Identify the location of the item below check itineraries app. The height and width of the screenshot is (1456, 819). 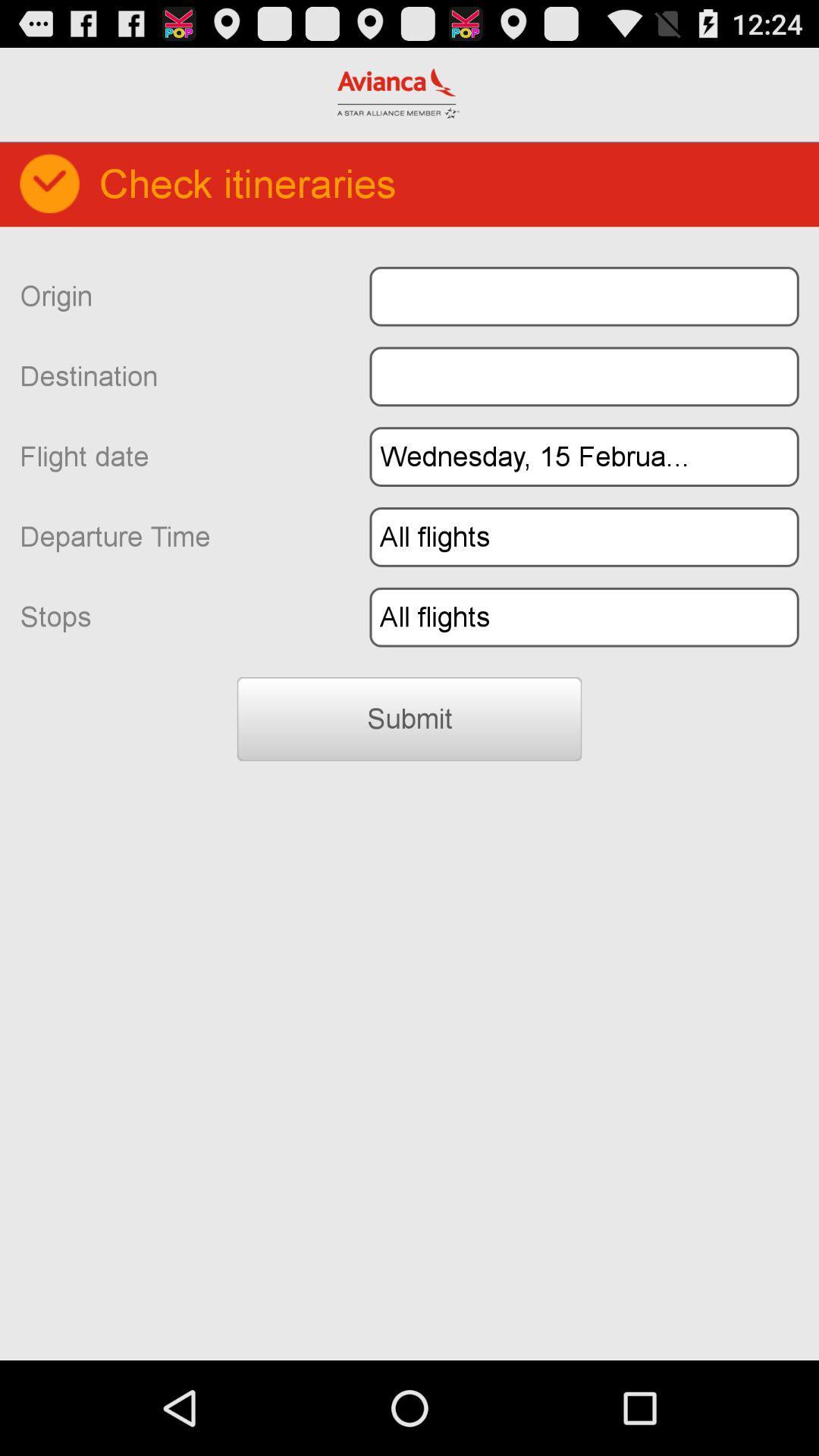
(583, 297).